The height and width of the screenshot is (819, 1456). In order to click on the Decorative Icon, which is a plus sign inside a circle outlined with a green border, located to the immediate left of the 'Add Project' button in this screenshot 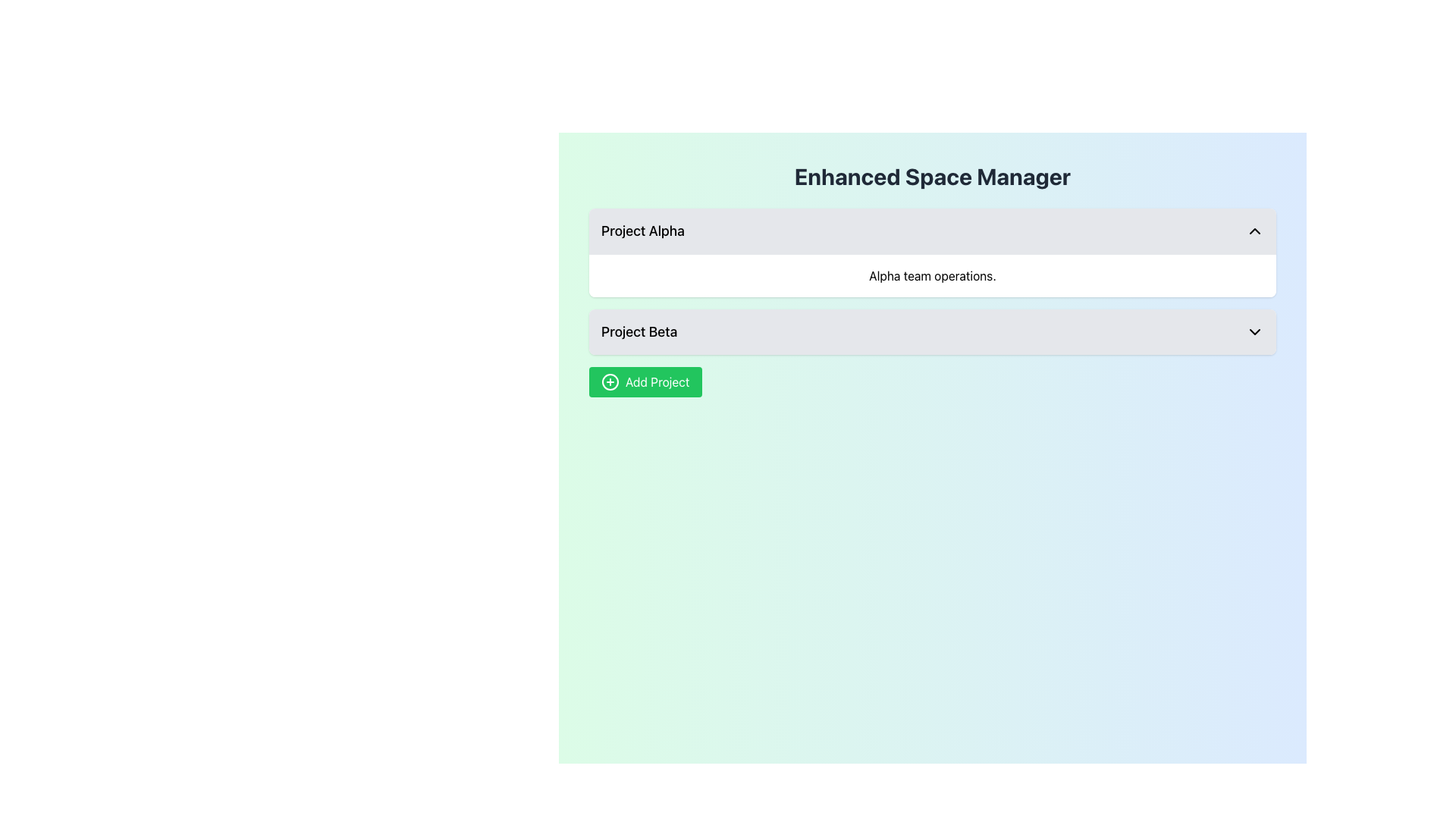, I will do `click(610, 381)`.